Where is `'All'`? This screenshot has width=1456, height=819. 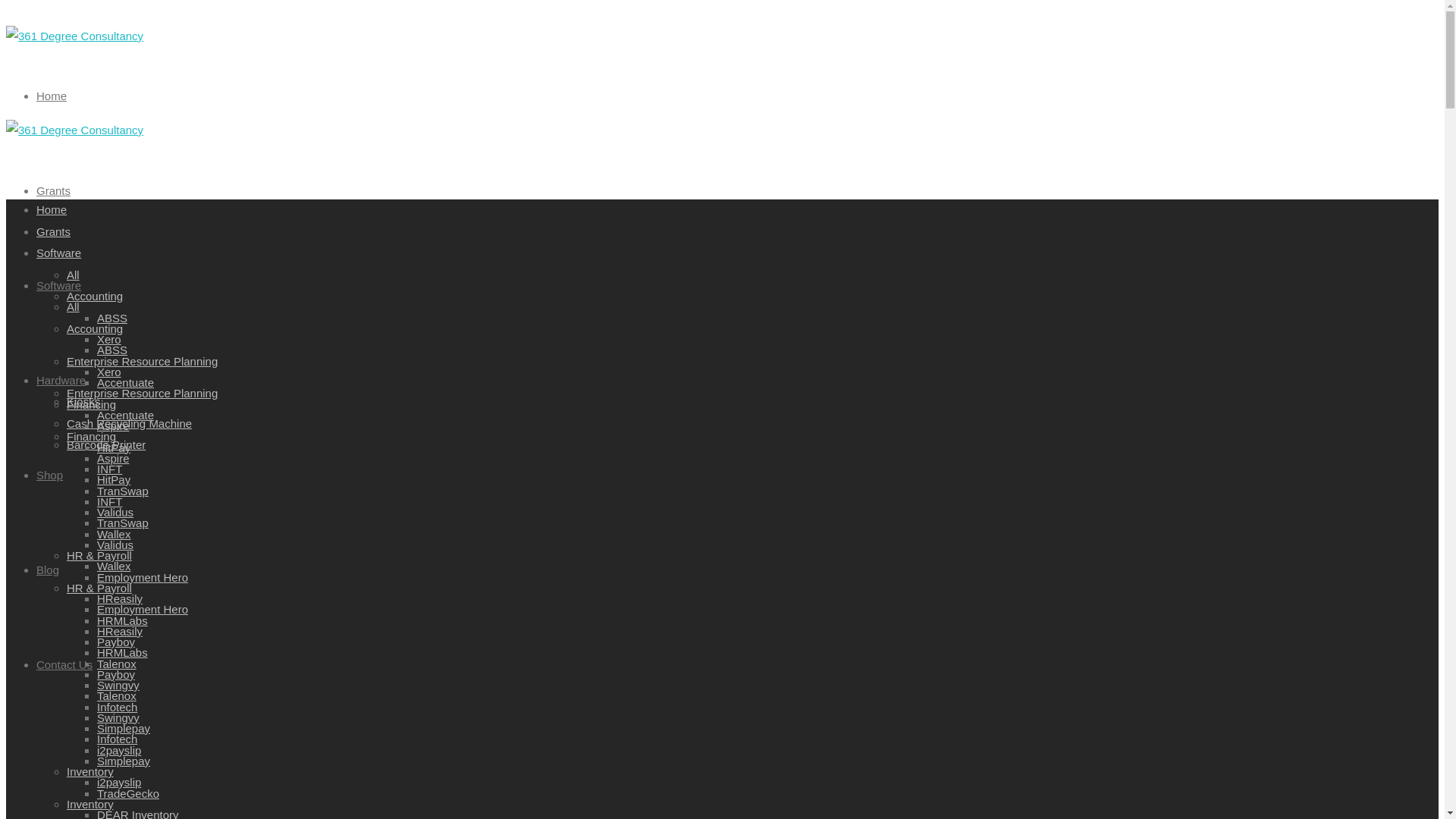 'All' is located at coordinates (72, 306).